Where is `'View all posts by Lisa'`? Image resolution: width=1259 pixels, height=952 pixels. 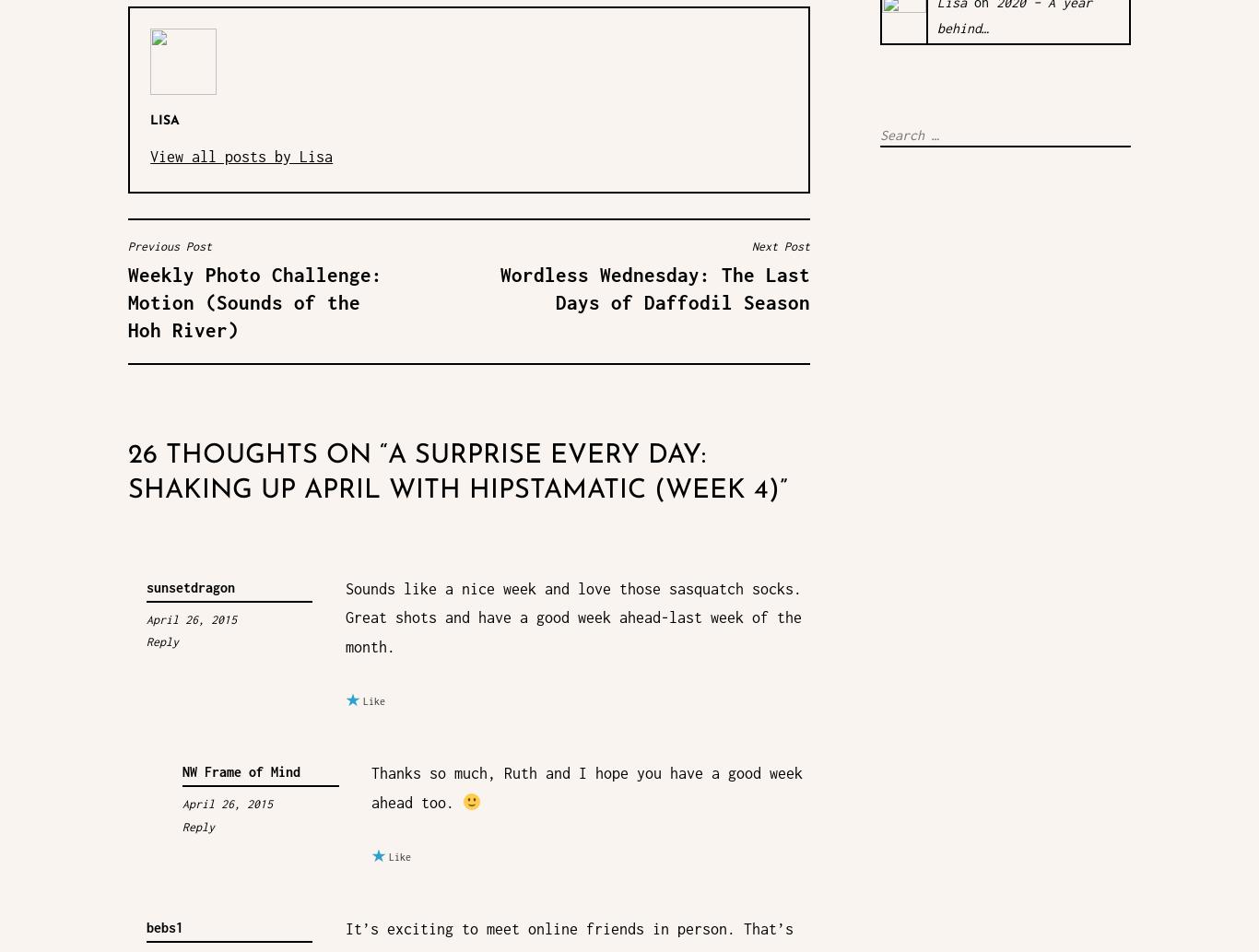 'View all posts by Lisa' is located at coordinates (241, 155).